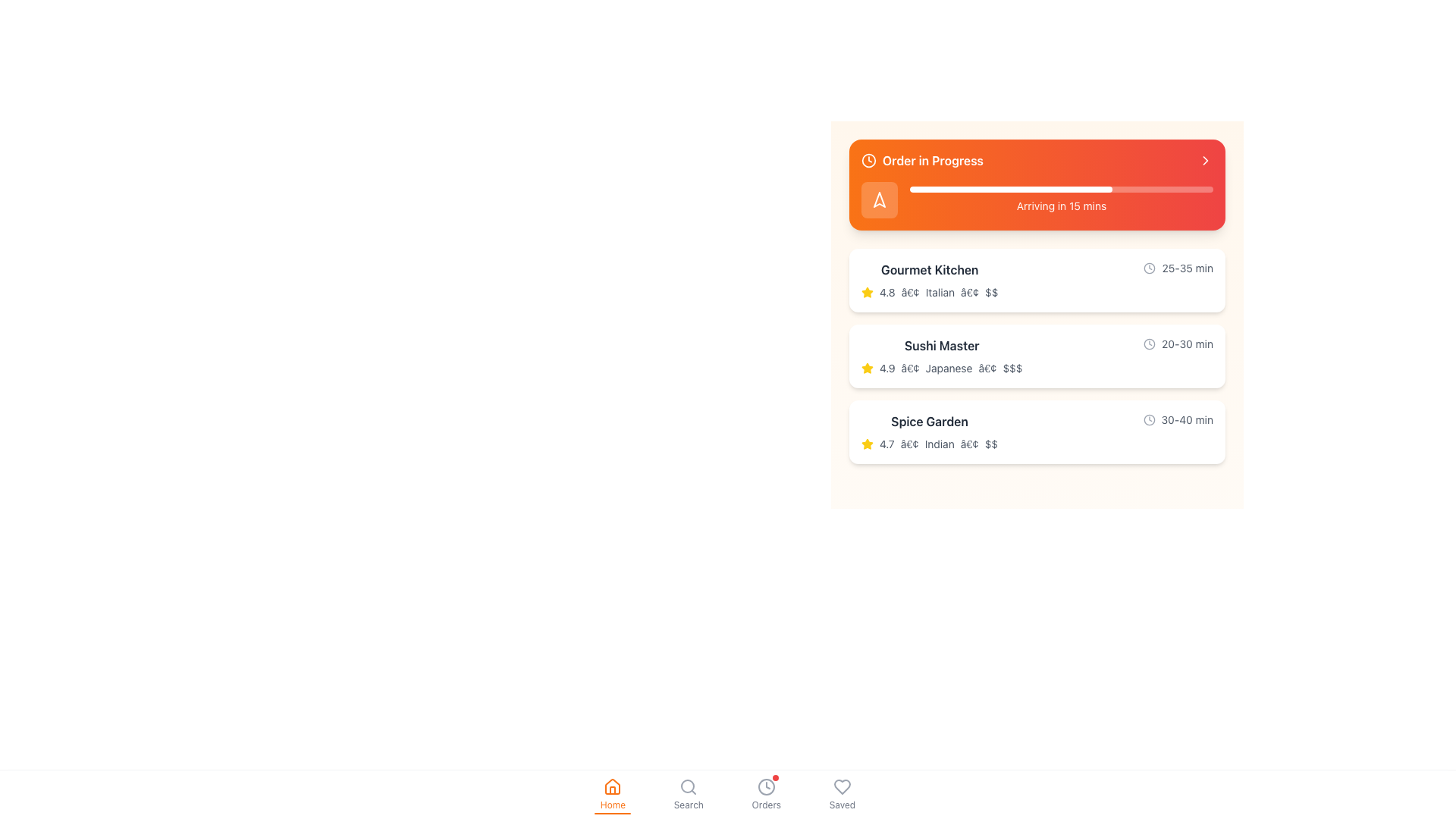 The height and width of the screenshot is (819, 1456). Describe the element at coordinates (613, 804) in the screenshot. I see `the 'Home' text label in the bottom navigation bar, which describes the house-shaped icon above it` at that location.